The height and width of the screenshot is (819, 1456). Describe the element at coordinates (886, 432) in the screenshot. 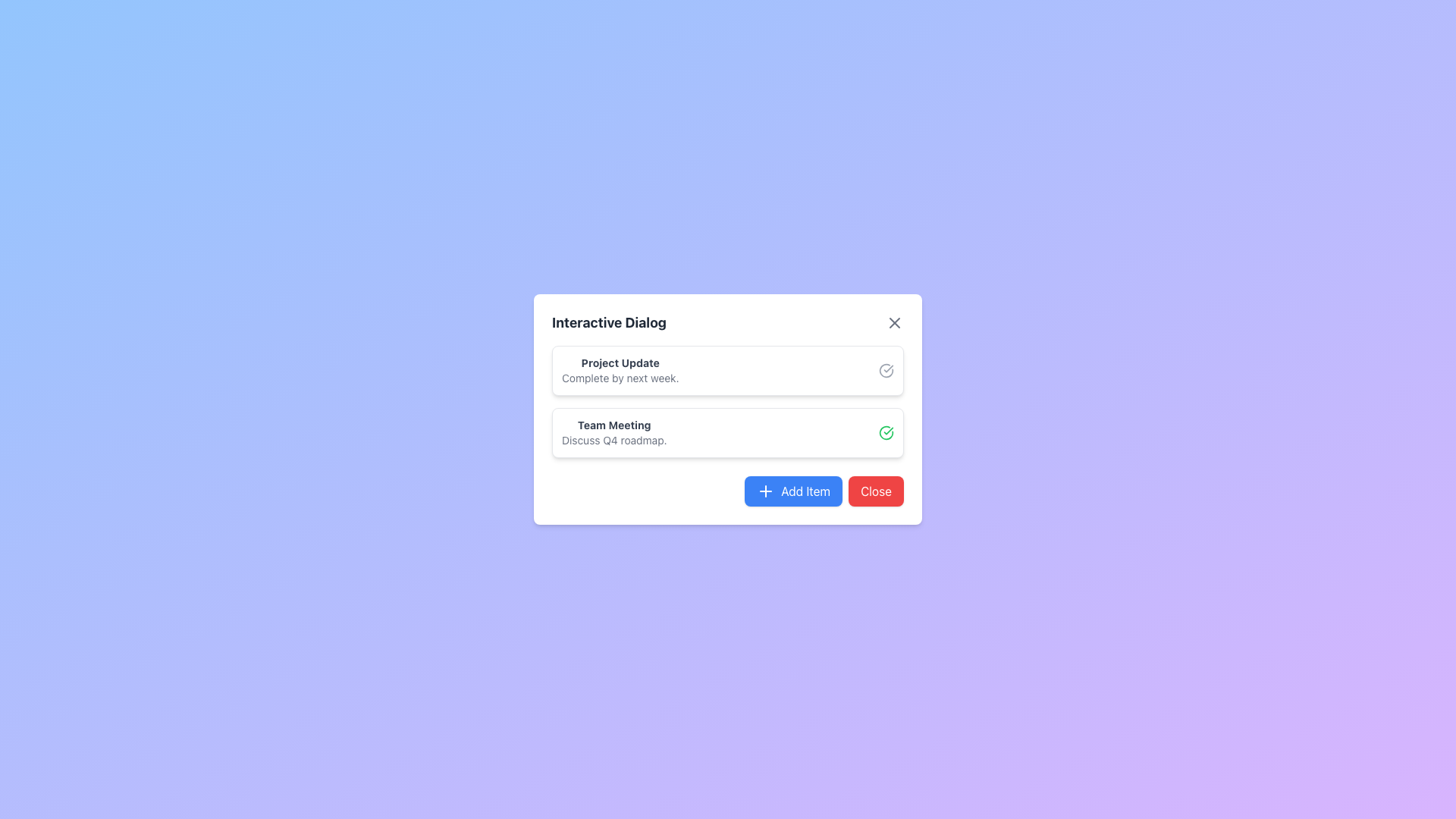

I see `the SVG Icon (Completion Indicator) located at the top-right corner of the 'Team Meeting' card to visually indicate the completion status of the task` at that location.